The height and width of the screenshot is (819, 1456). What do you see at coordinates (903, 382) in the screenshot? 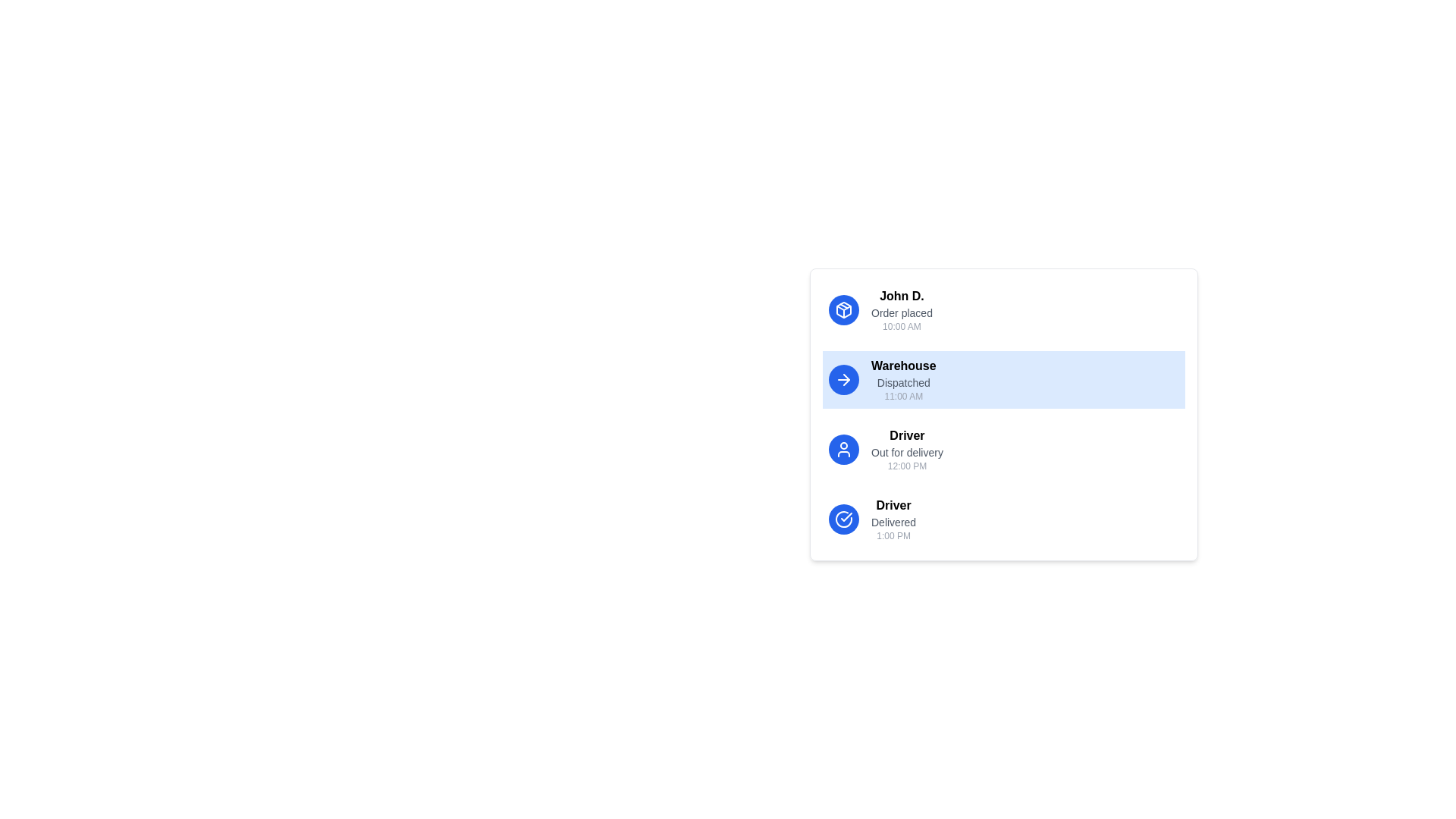
I see `the label that indicates the status of the 'Warehouse' event, which specifies that the item has been dispatched, positioned between the 'Warehouse' label and the timestamp '11:00 AM'` at bounding box center [903, 382].